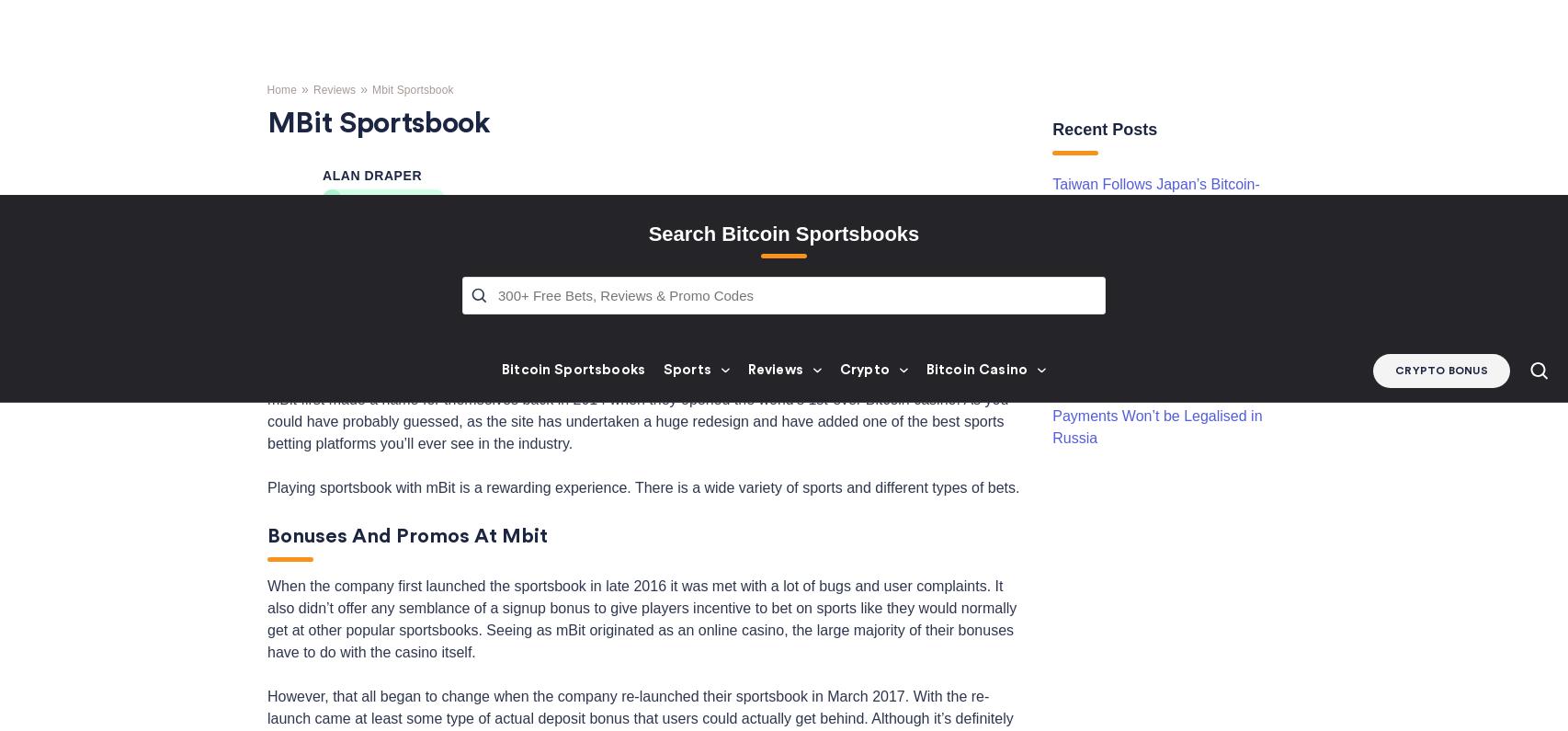 Image resolution: width=1568 pixels, height=731 pixels. What do you see at coordinates (1052, 76) in the screenshot?
I see `'Deputy Finance Minister: Bitcoin Payments Won’t be Legalised in Russia'` at bounding box center [1052, 76].